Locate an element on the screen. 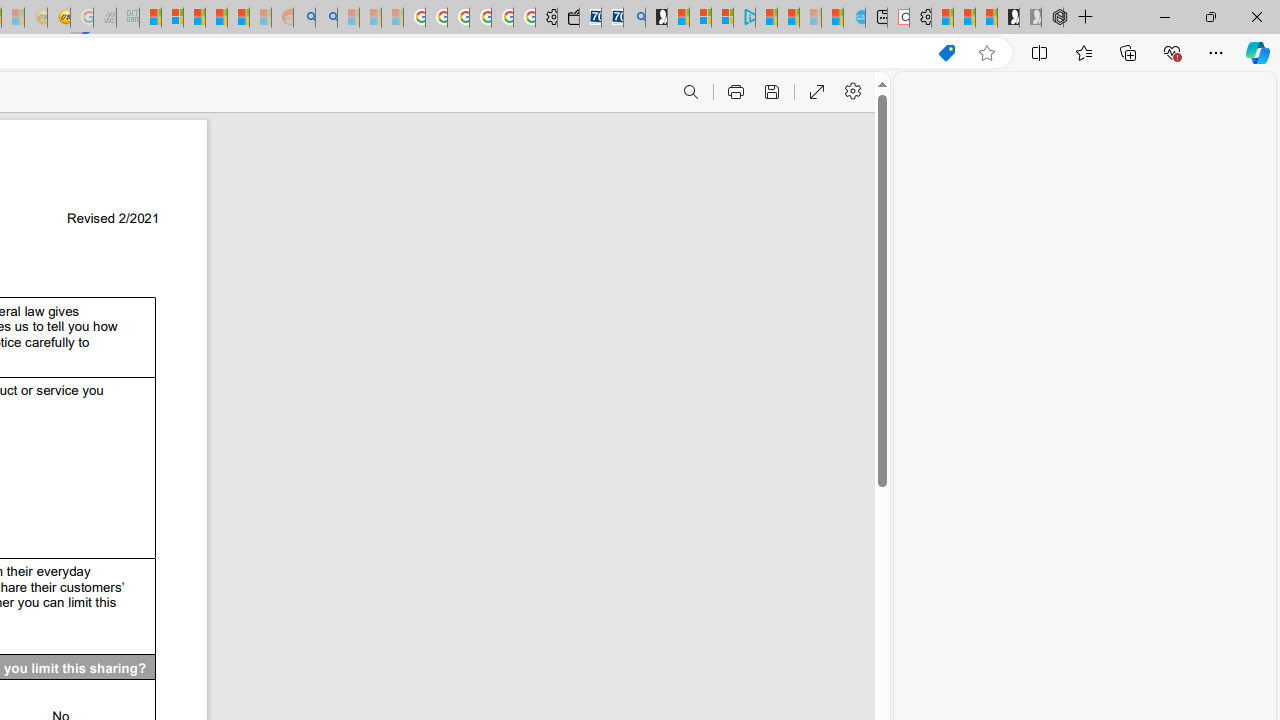 The image size is (1280, 720). 'Find (Ctrl + F)' is located at coordinates (690, 92).